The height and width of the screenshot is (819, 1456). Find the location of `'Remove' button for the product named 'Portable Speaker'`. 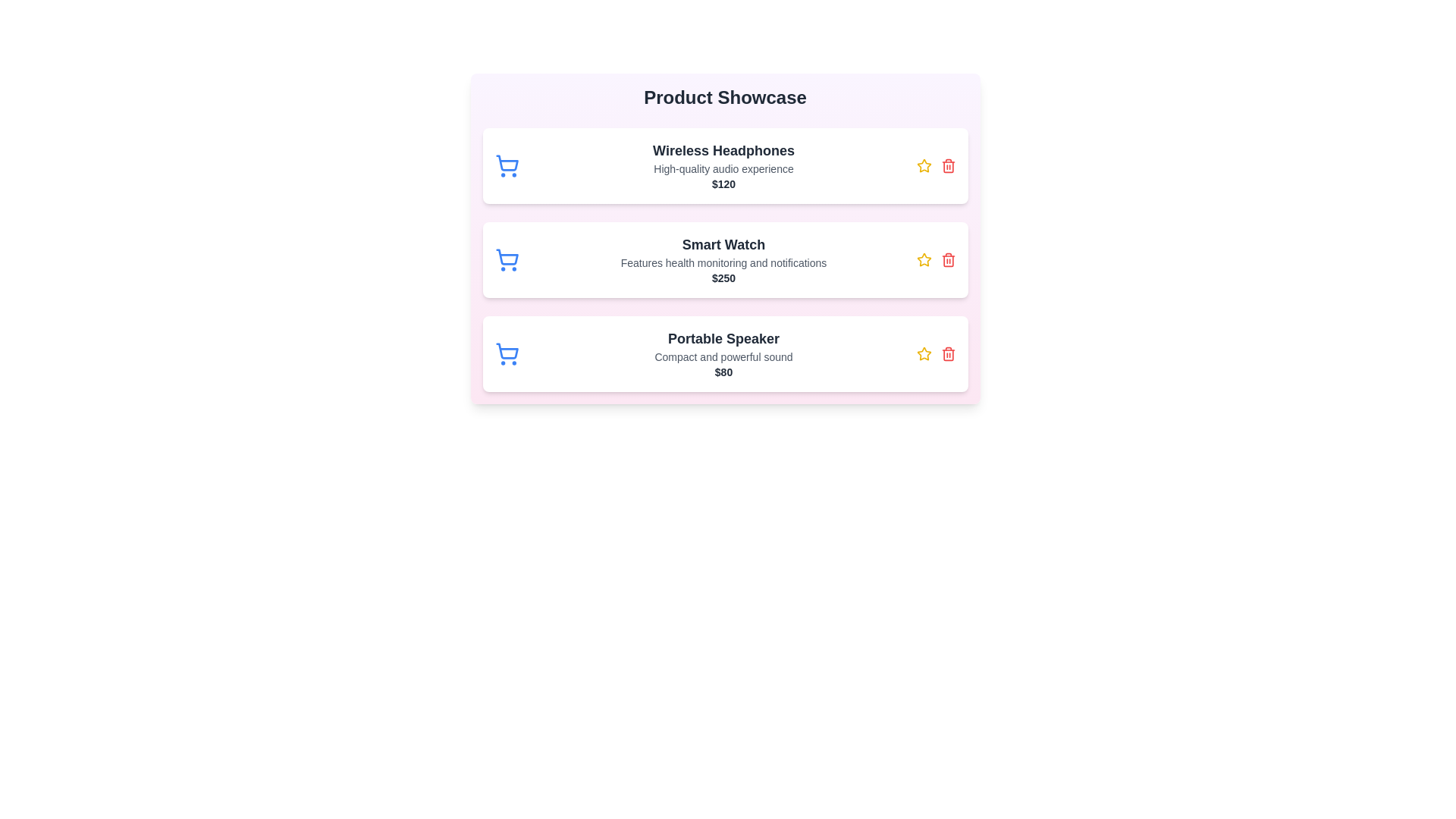

'Remove' button for the product named 'Portable Speaker' is located at coordinates (947, 353).